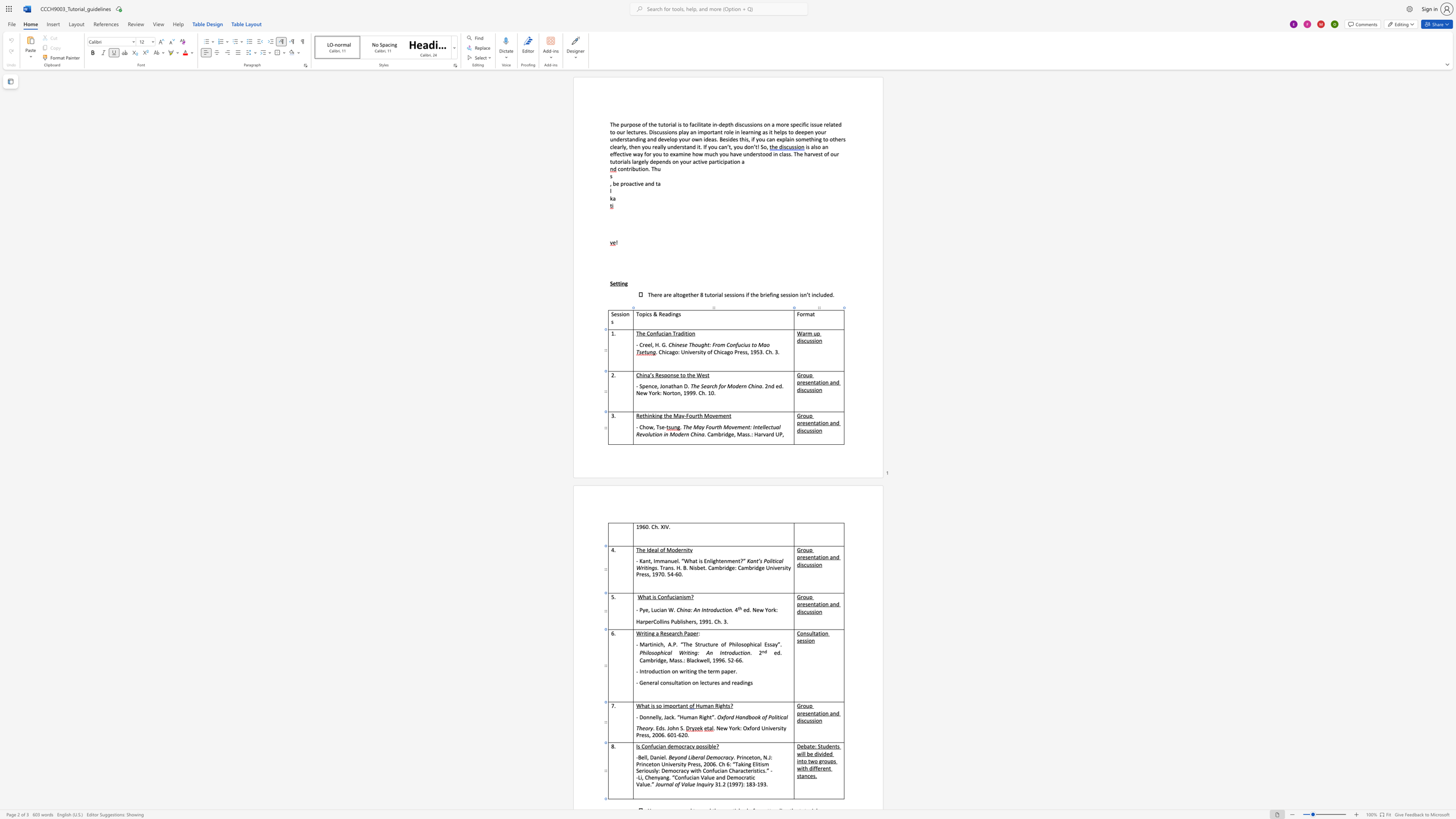 The image size is (1456, 819). Describe the element at coordinates (713, 757) in the screenshot. I see `the space between the continuous character "e" and "m" in the text` at that location.